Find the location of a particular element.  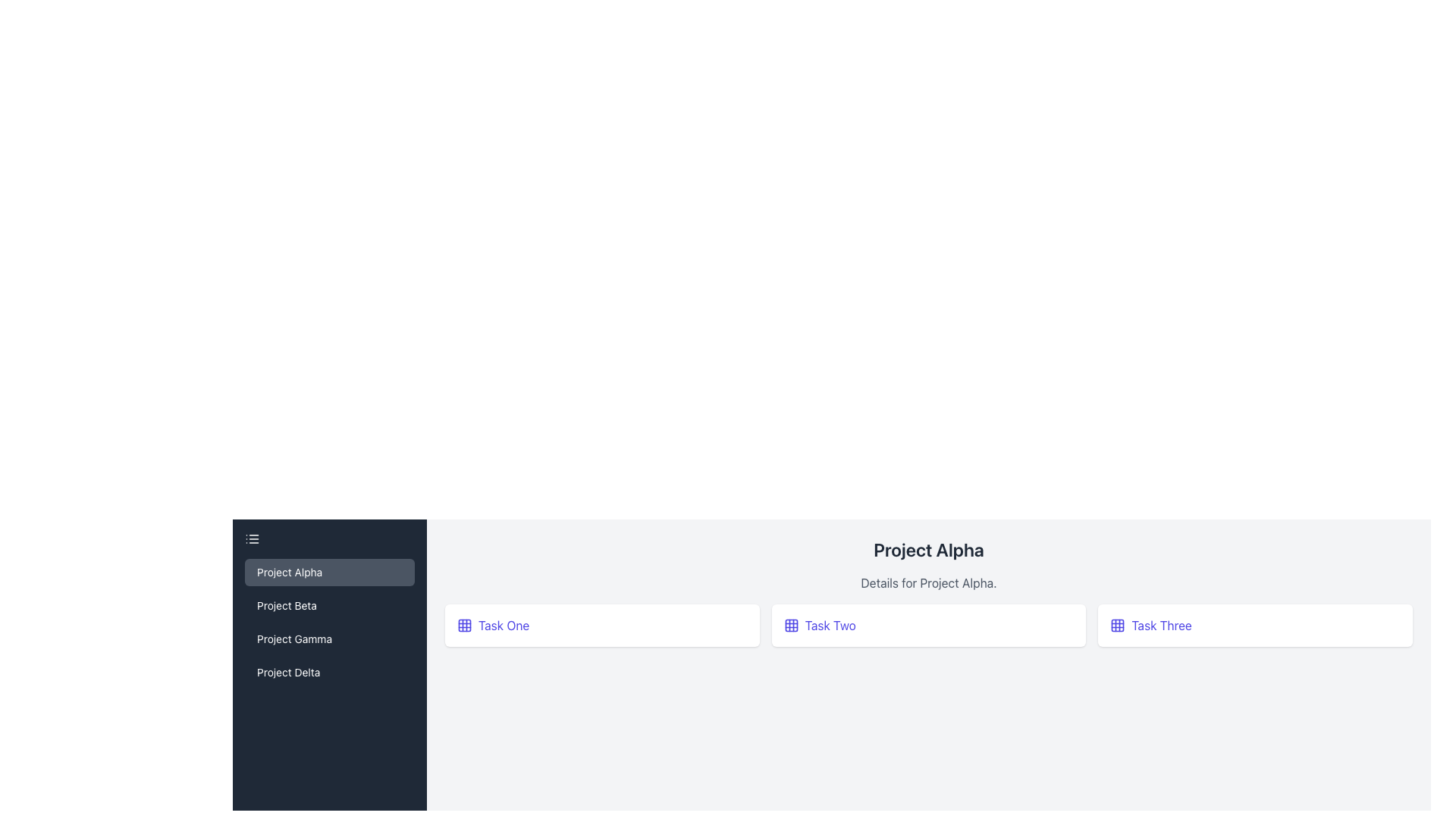

the Static Text Label that serves as the title for the project, located centrally in the top portion of the layout is located at coordinates (927, 550).